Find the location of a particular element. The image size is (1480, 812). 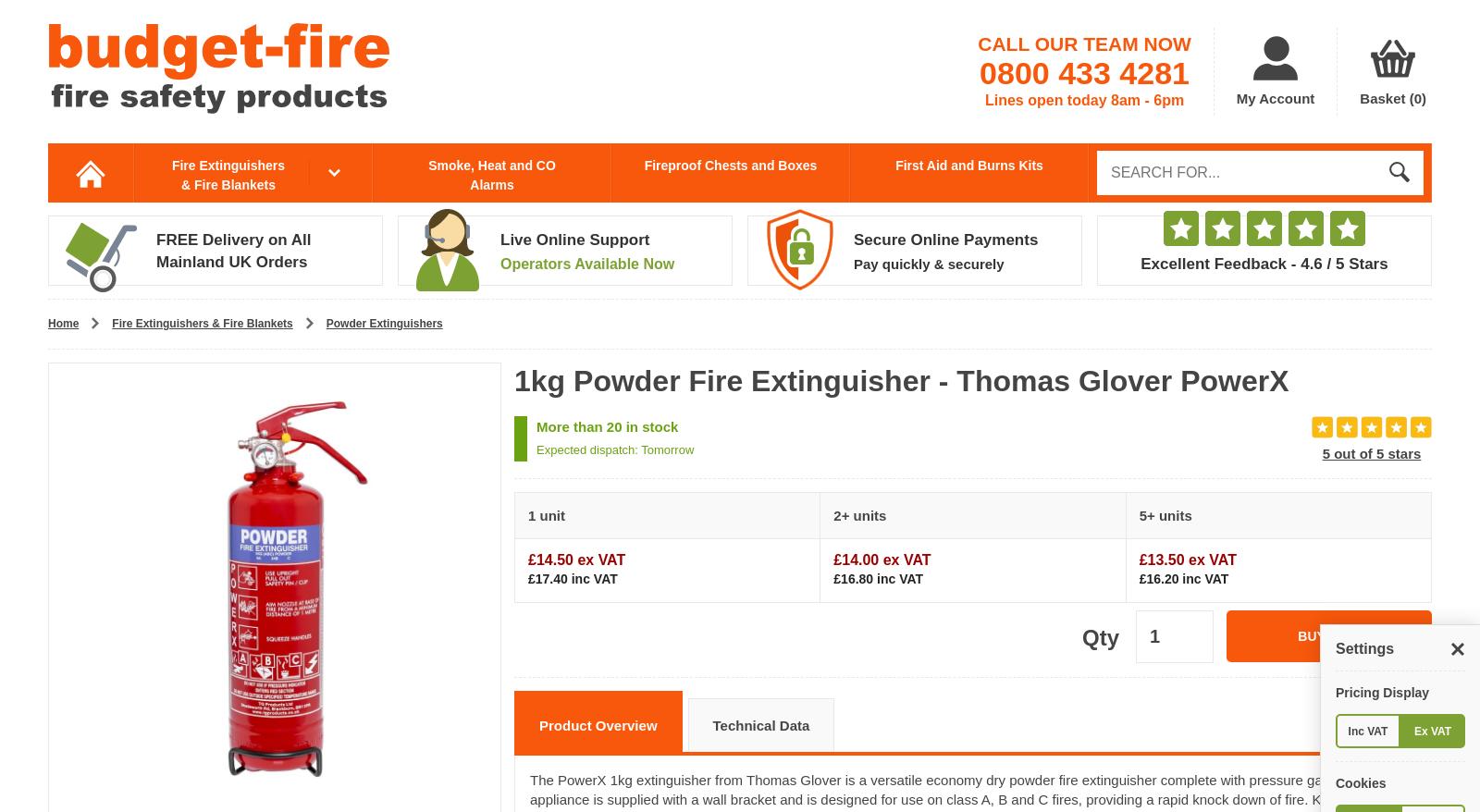

'Extinguisher Maintenance' is located at coordinates (243, 458).